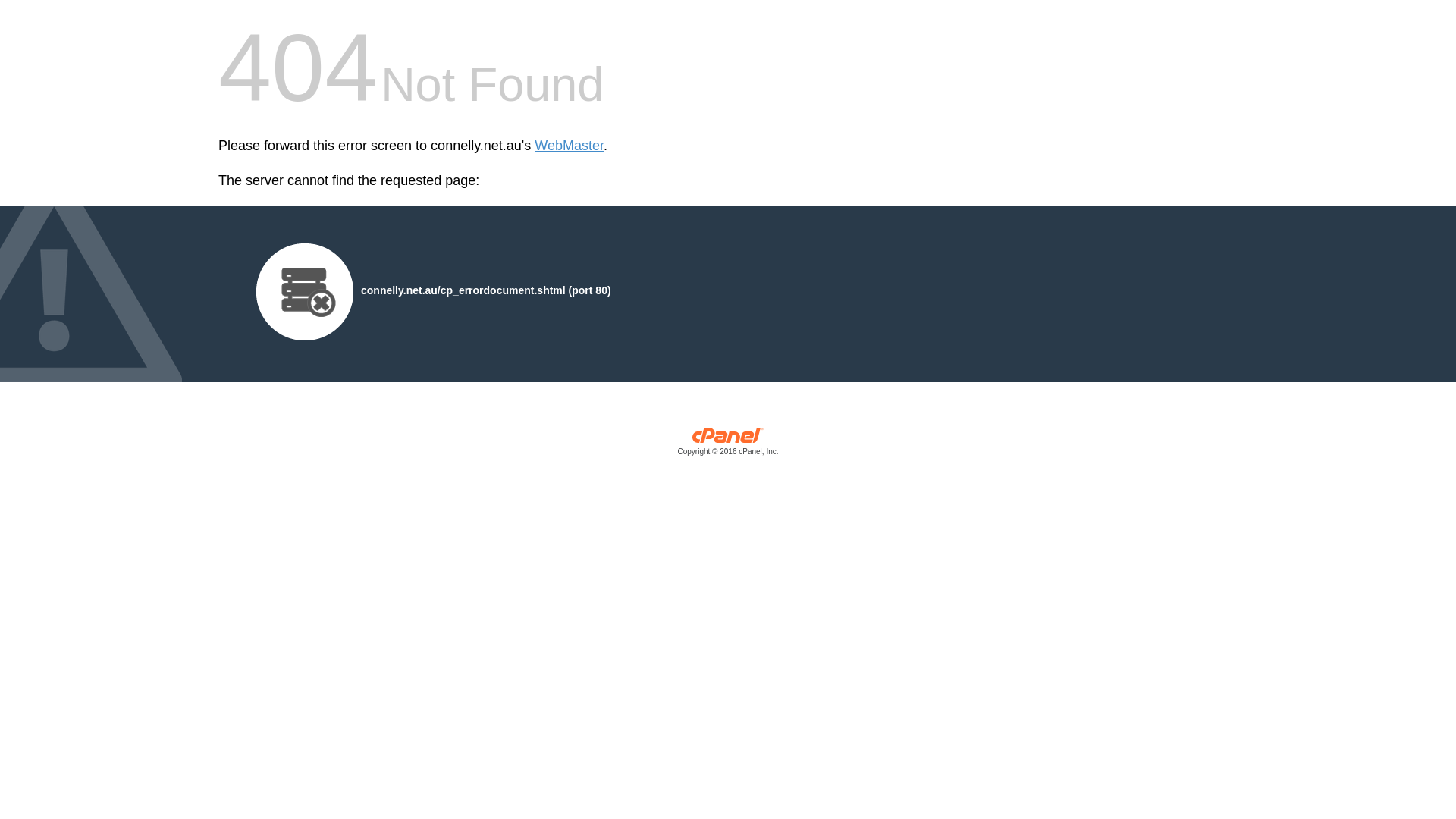 The height and width of the screenshot is (819, 1456). What do you see at coordinates (535, 146) in the screenshot?
I see `'WebMaster'` at bounding box center [535, 146].